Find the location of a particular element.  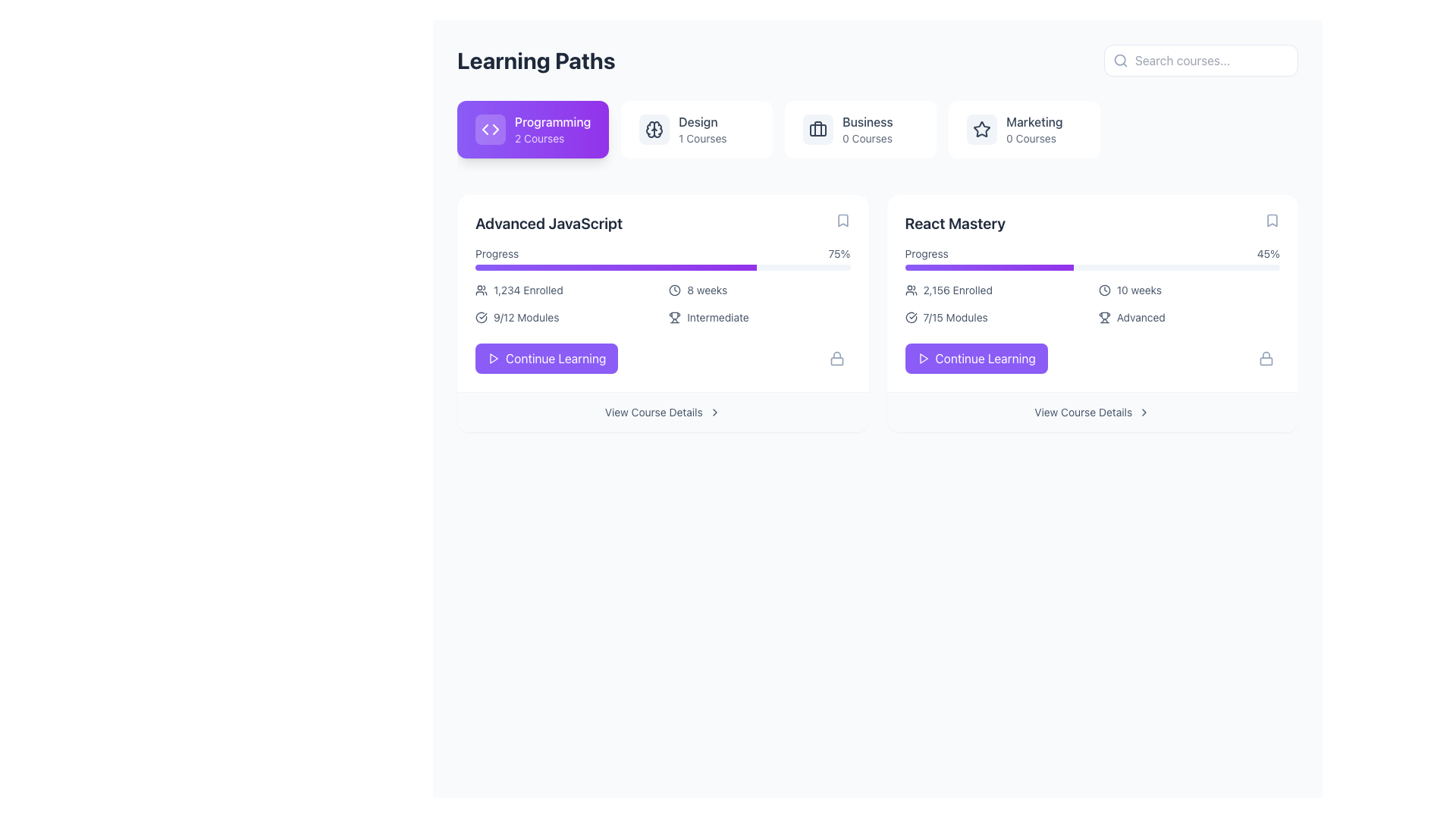

the text label reading 'Design', which is styled in medium font weight and is located at the top center of the interface, between 'Programming' and 'Business' is located at coordinates (701, 121).